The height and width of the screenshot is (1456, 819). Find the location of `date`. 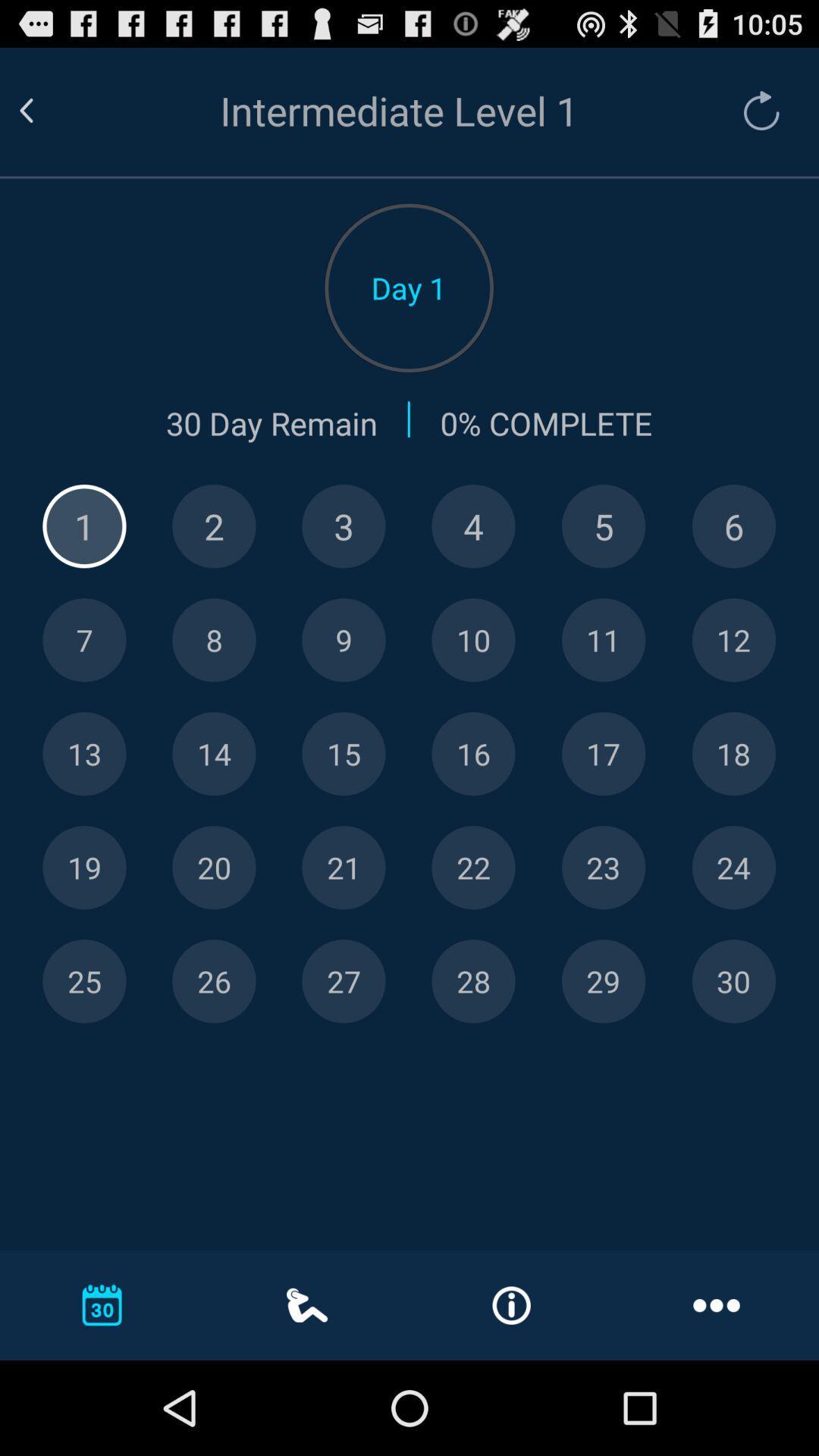

date is located at coordinates (733, 868).